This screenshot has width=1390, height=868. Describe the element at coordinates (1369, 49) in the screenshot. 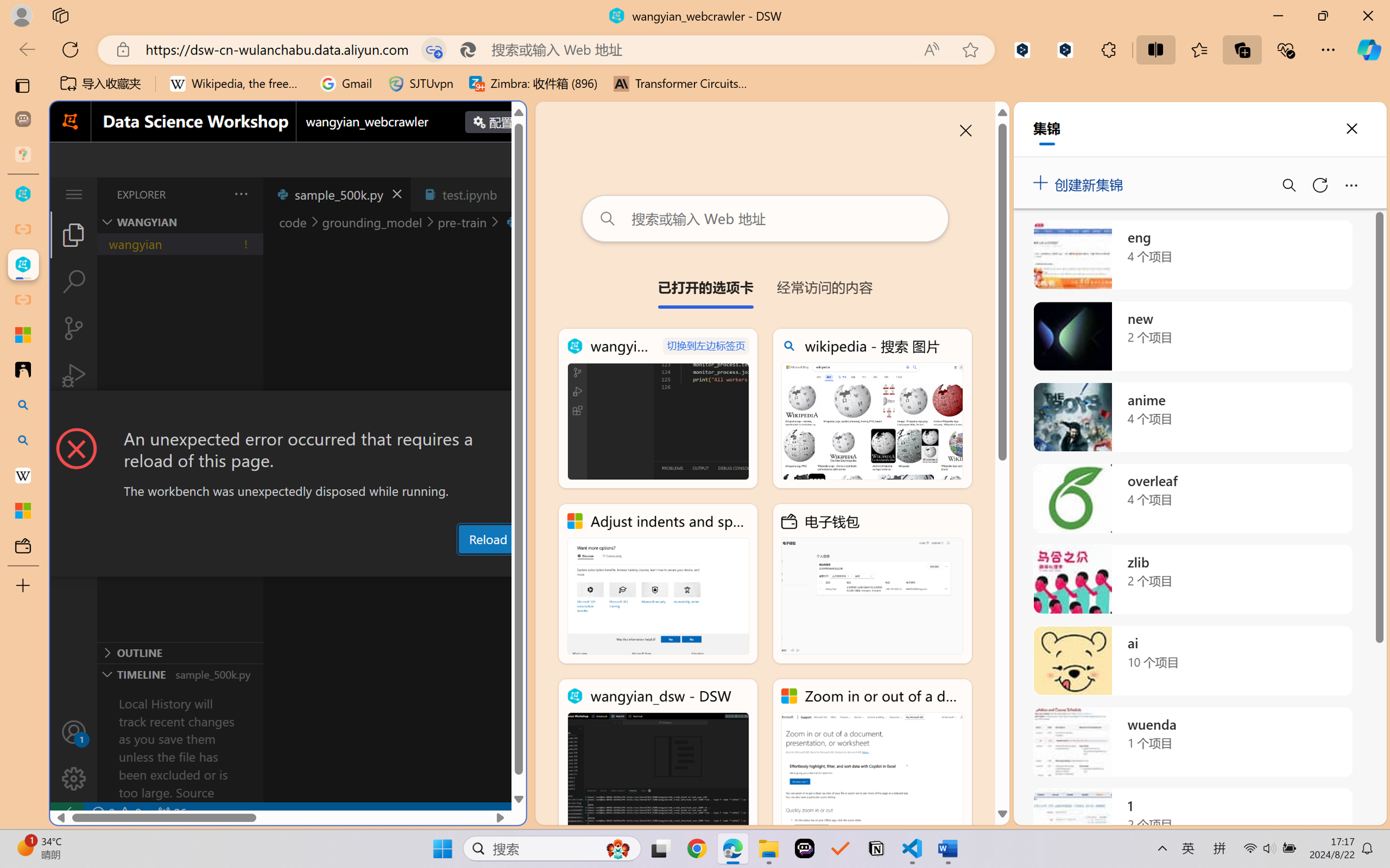

I see `'Copilot (Ctrl+Shift+.)'` at that location.